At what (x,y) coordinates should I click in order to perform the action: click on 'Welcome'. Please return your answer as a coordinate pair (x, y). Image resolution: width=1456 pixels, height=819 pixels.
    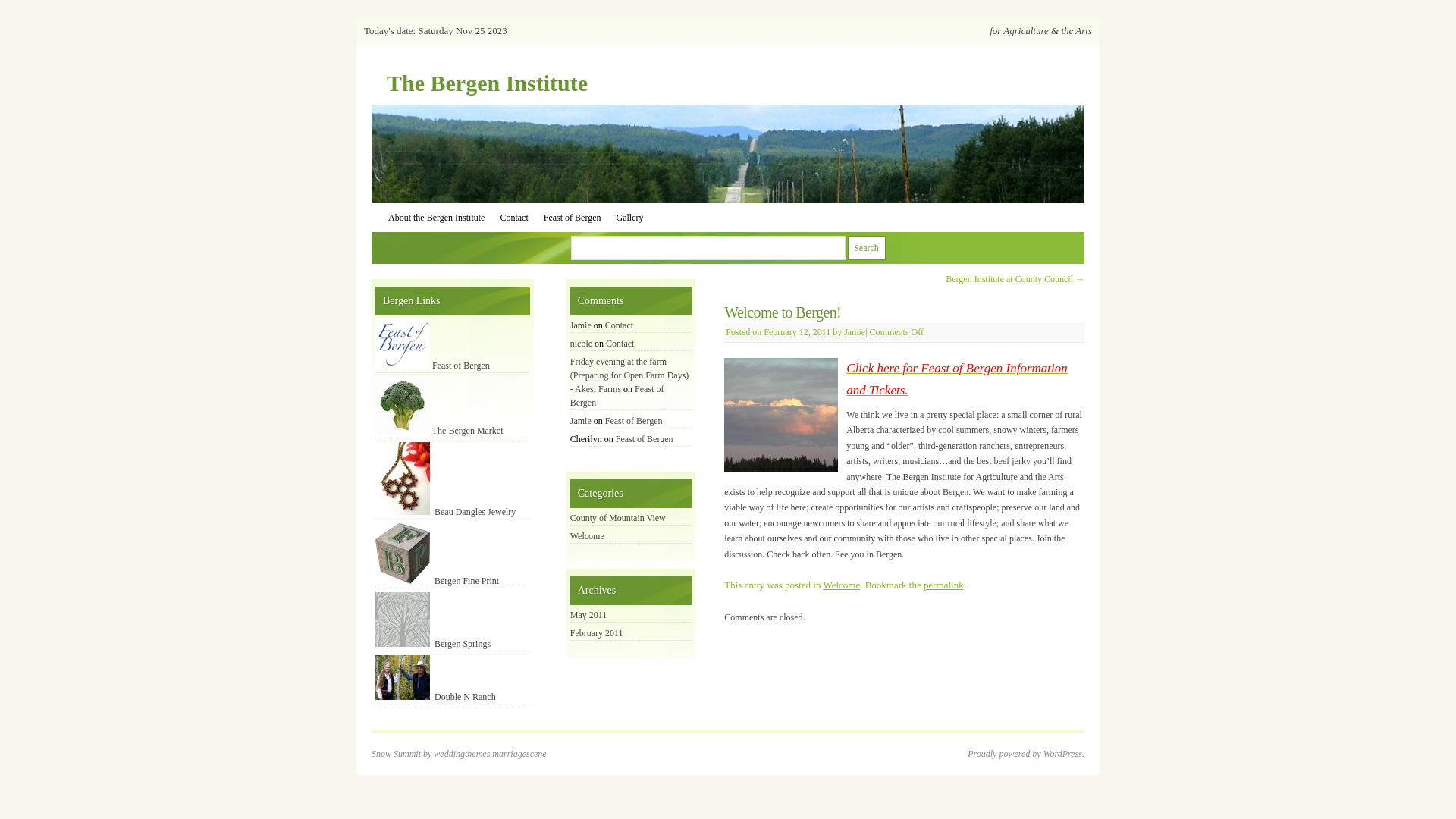
    Looking at the image, I should click on (840, 584).